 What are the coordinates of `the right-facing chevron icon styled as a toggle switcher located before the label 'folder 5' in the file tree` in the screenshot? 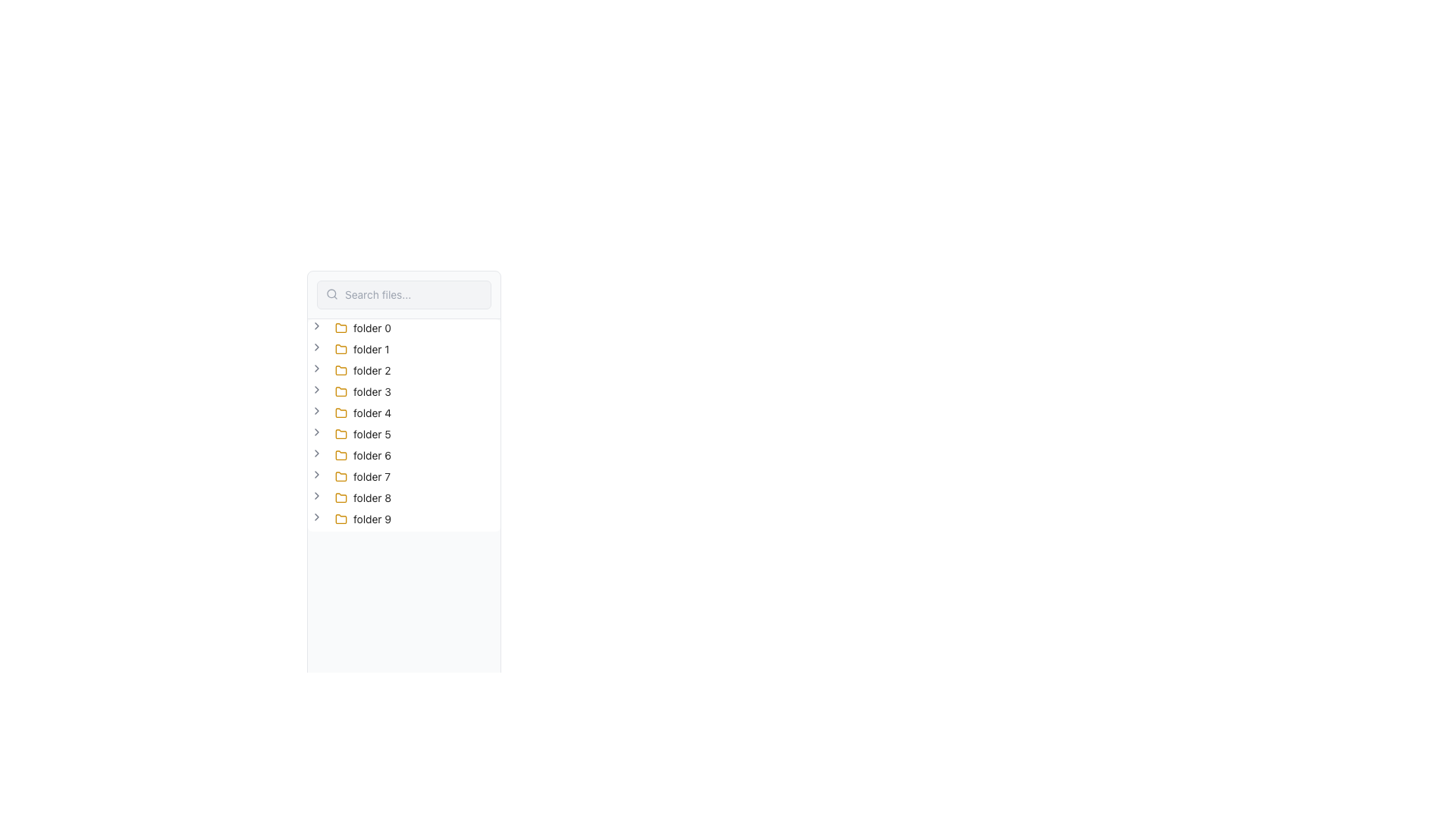 It's located at (315, 435).